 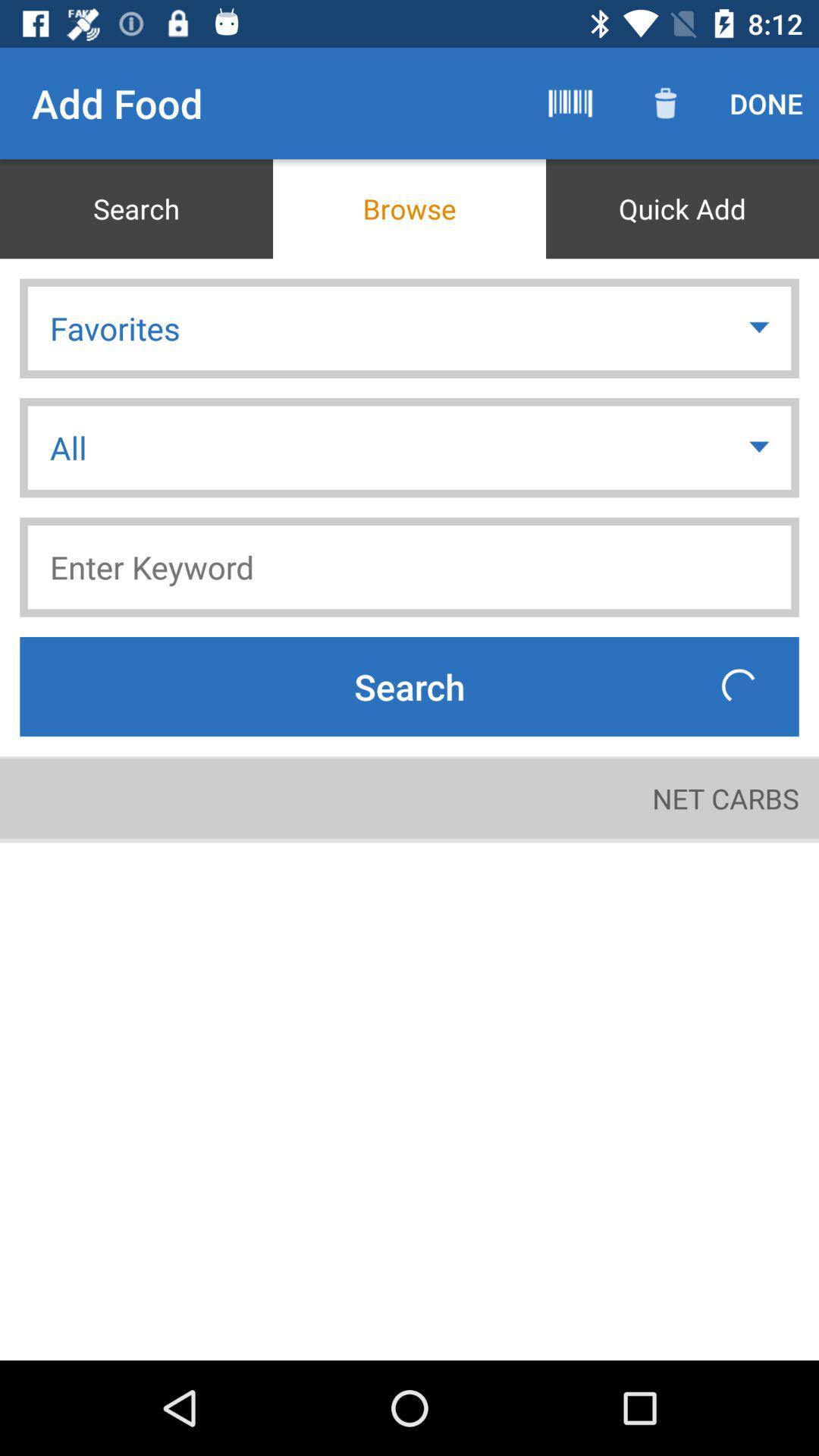 What do you see at coordinates (724, 797) in the screenshot?
I see `net carbs item` at bounding box center [724, 797].